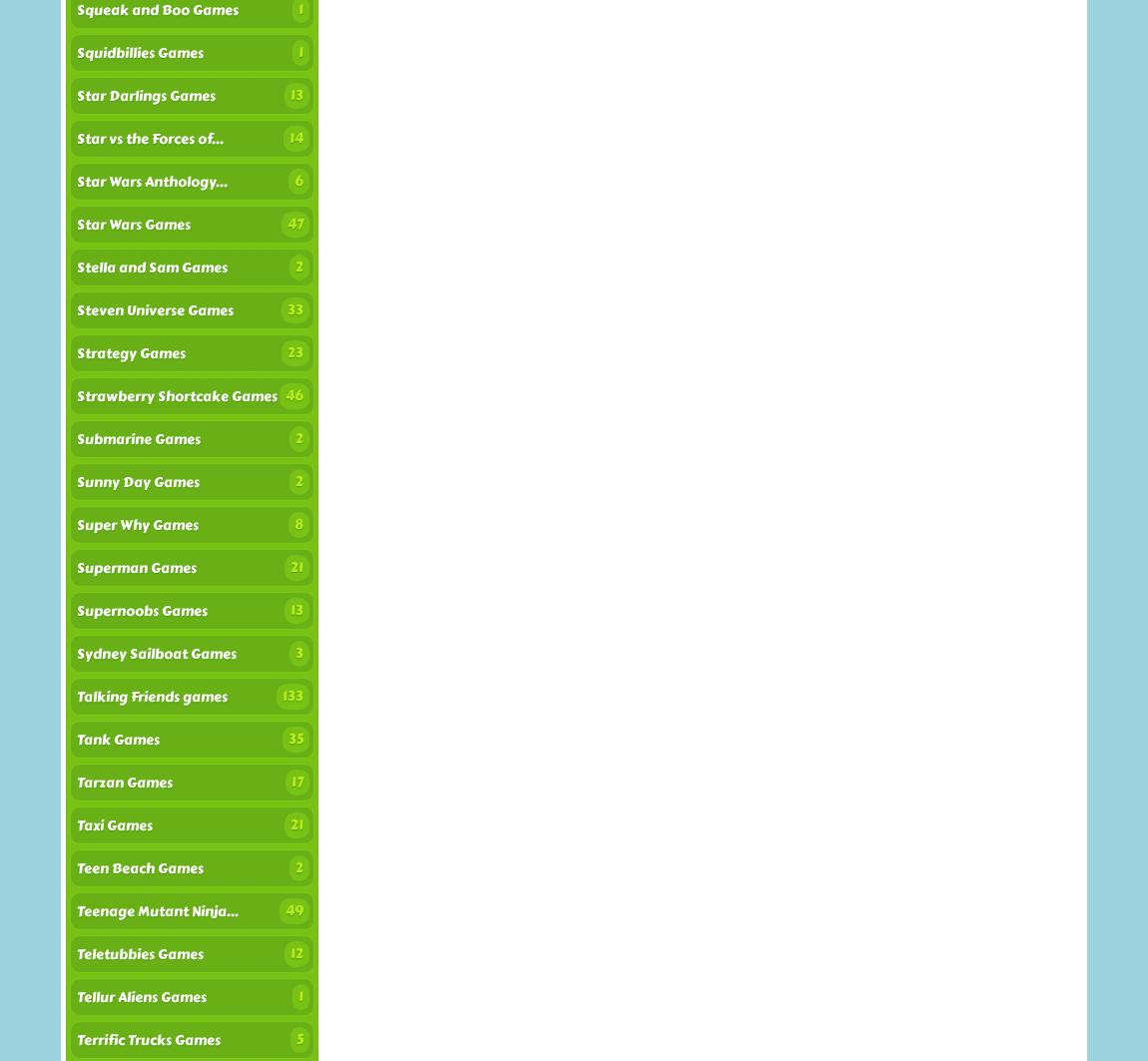  Describe the element at coordinates (292, 695) in the screenshot. I see `'133'` at that location.